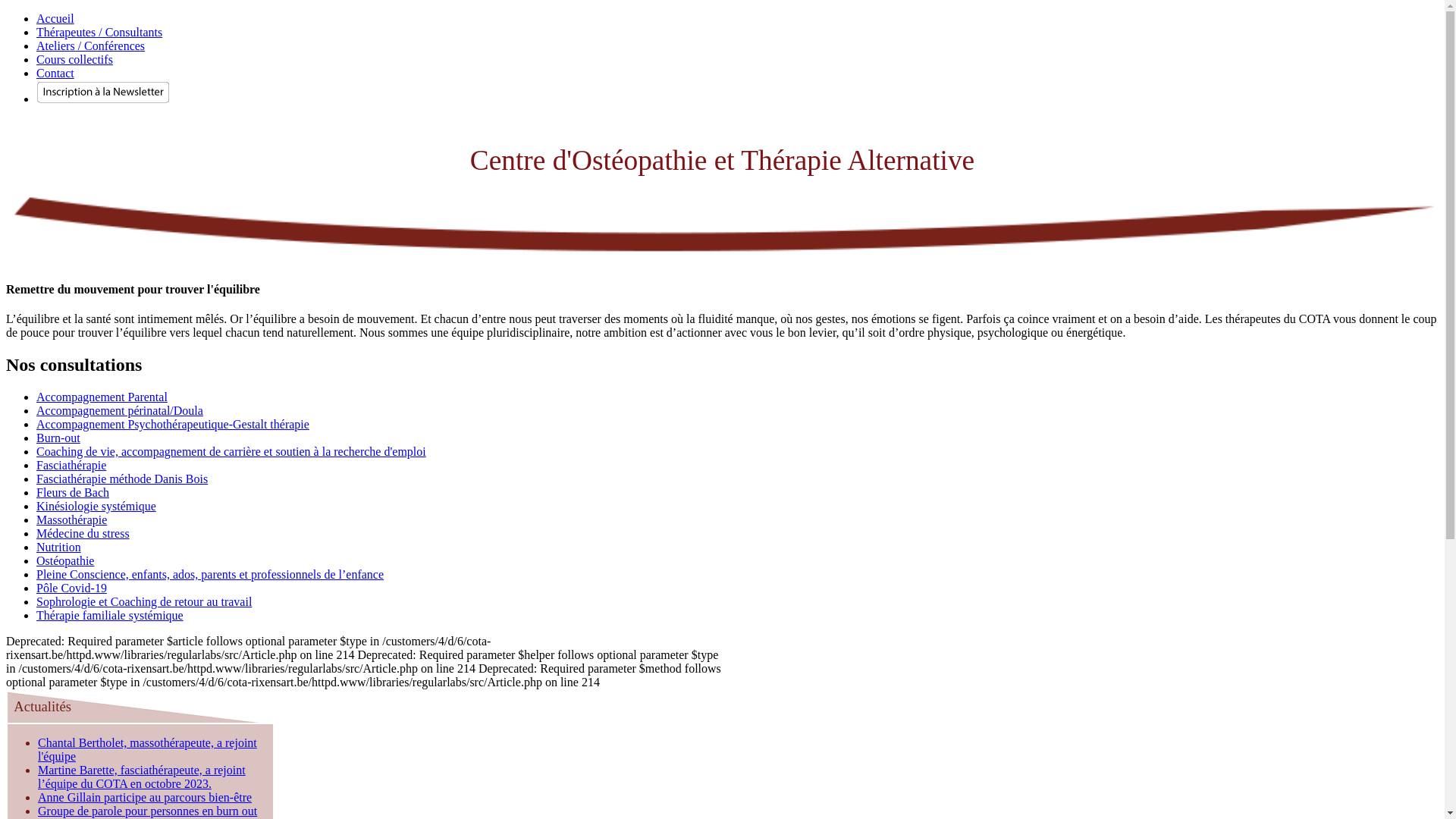 The height and width of the screenshot is (819, 1456). What do you see at coordinates (36, 18) in the screenshot?
I see `'Accueil'` at bounding box center [36, 18].